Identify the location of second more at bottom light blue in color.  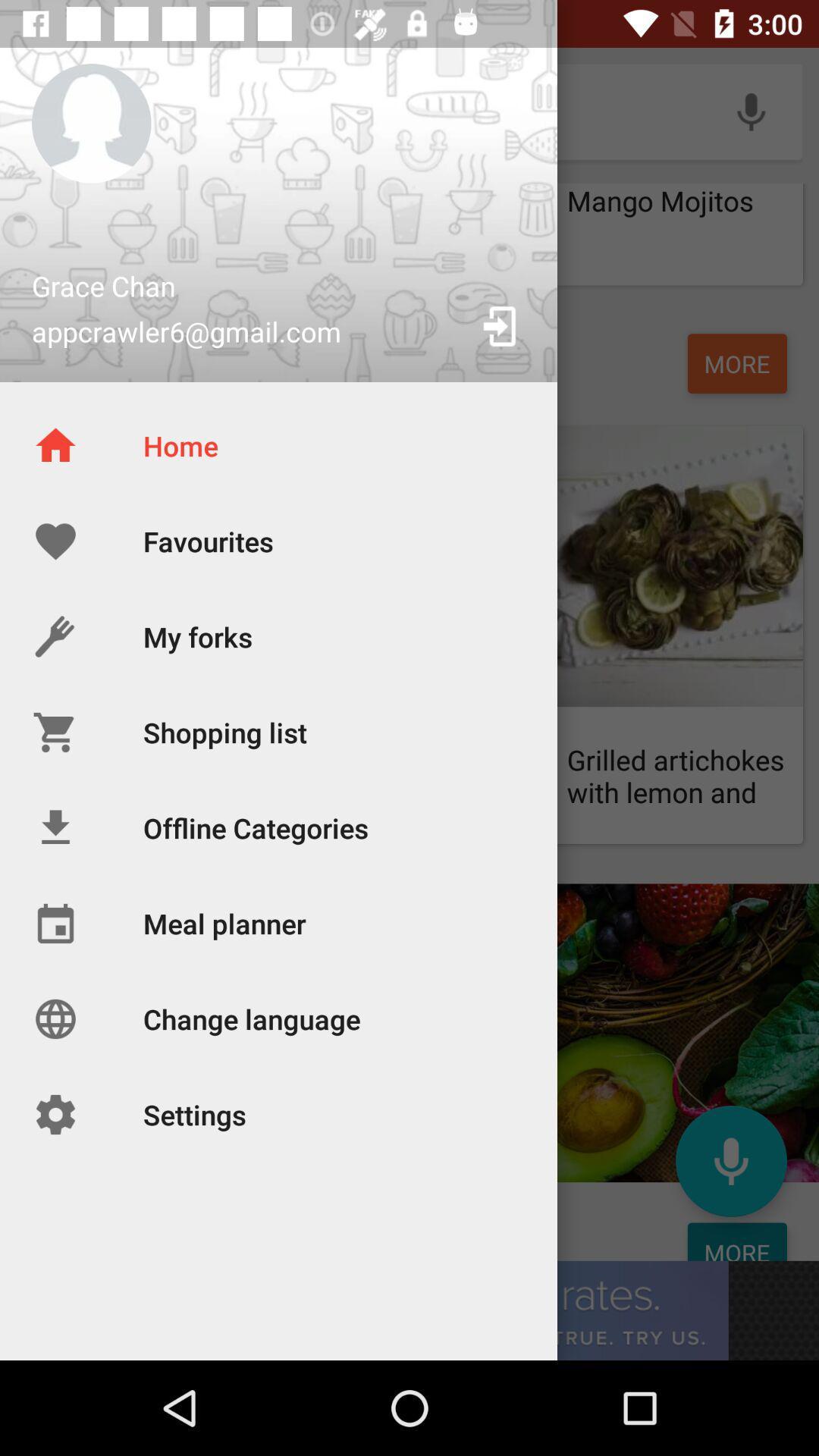
(736, 1241).